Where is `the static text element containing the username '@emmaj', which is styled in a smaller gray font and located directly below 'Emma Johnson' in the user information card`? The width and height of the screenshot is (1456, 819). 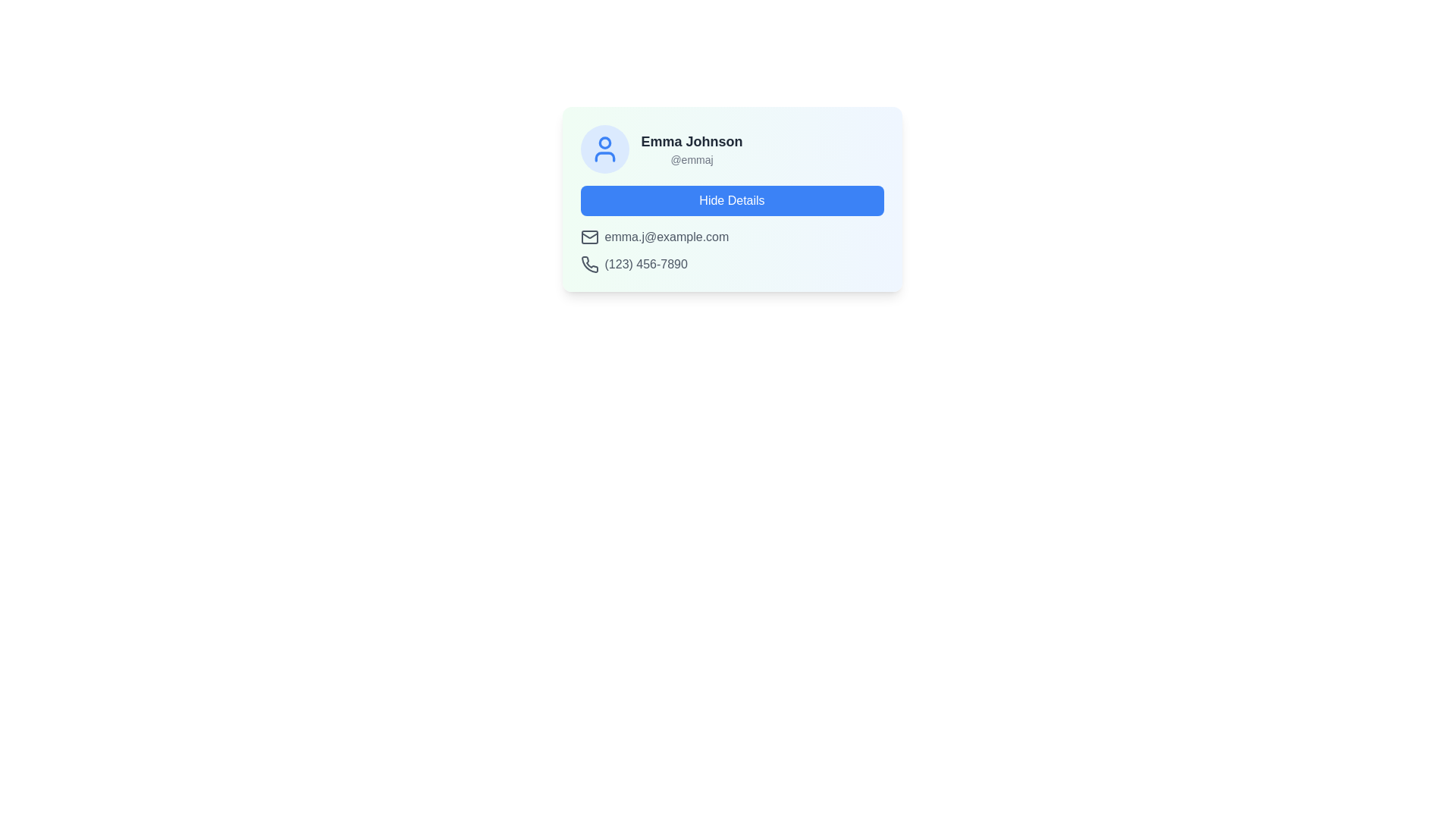 the static text element containing the username '@emmaj', which is styled in a smaller gray font and located directly below 'Emma Johnson' in the user information card is located at coordinates (691, 160).